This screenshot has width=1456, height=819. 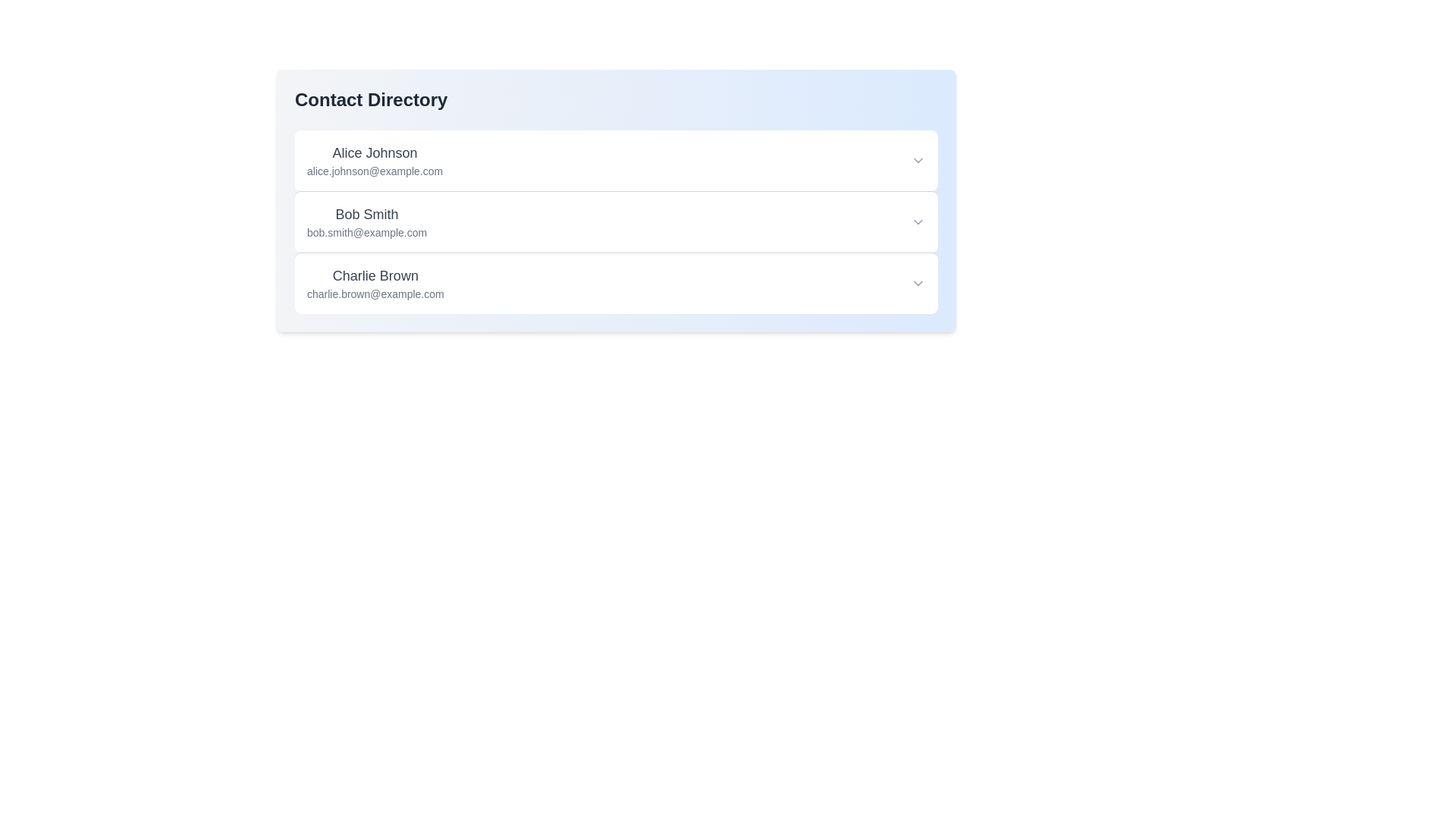 What do you see at coordinates (616, 221) in the screenshot?
I see `the contact card displaying the details for 'Bob Smith', which is the second entry in the list of contact cards` at bounding box center [616, 221].